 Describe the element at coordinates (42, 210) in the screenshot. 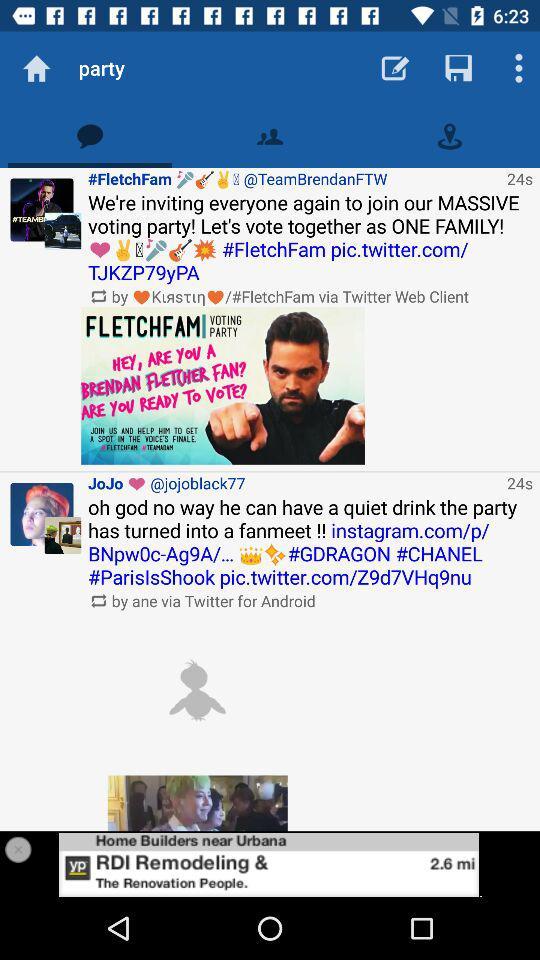

I see `user home page` at that location.